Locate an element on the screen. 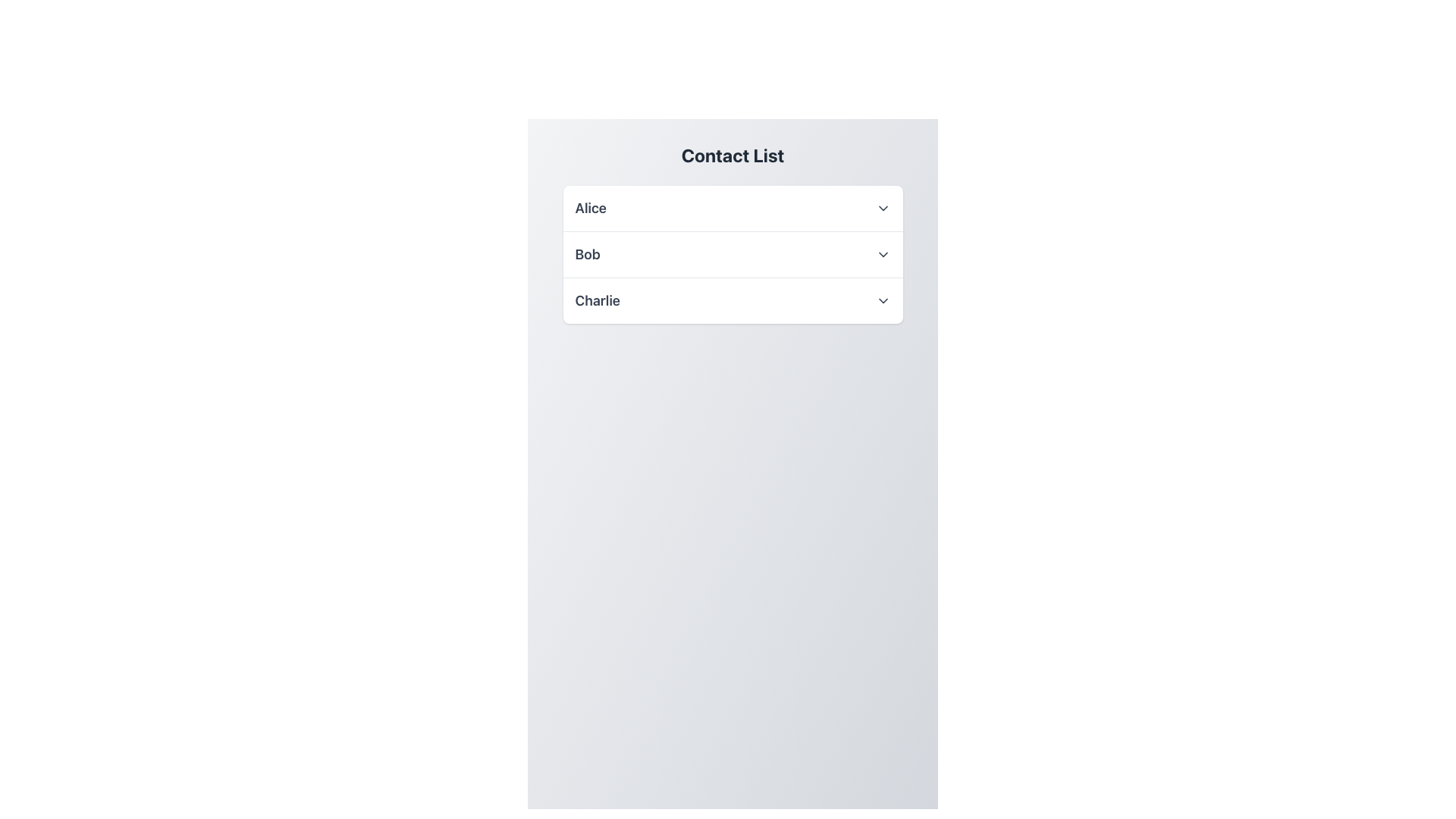  the chevron icon located to the far-right of the 'Alice' label is located at coordinates (883, 208).